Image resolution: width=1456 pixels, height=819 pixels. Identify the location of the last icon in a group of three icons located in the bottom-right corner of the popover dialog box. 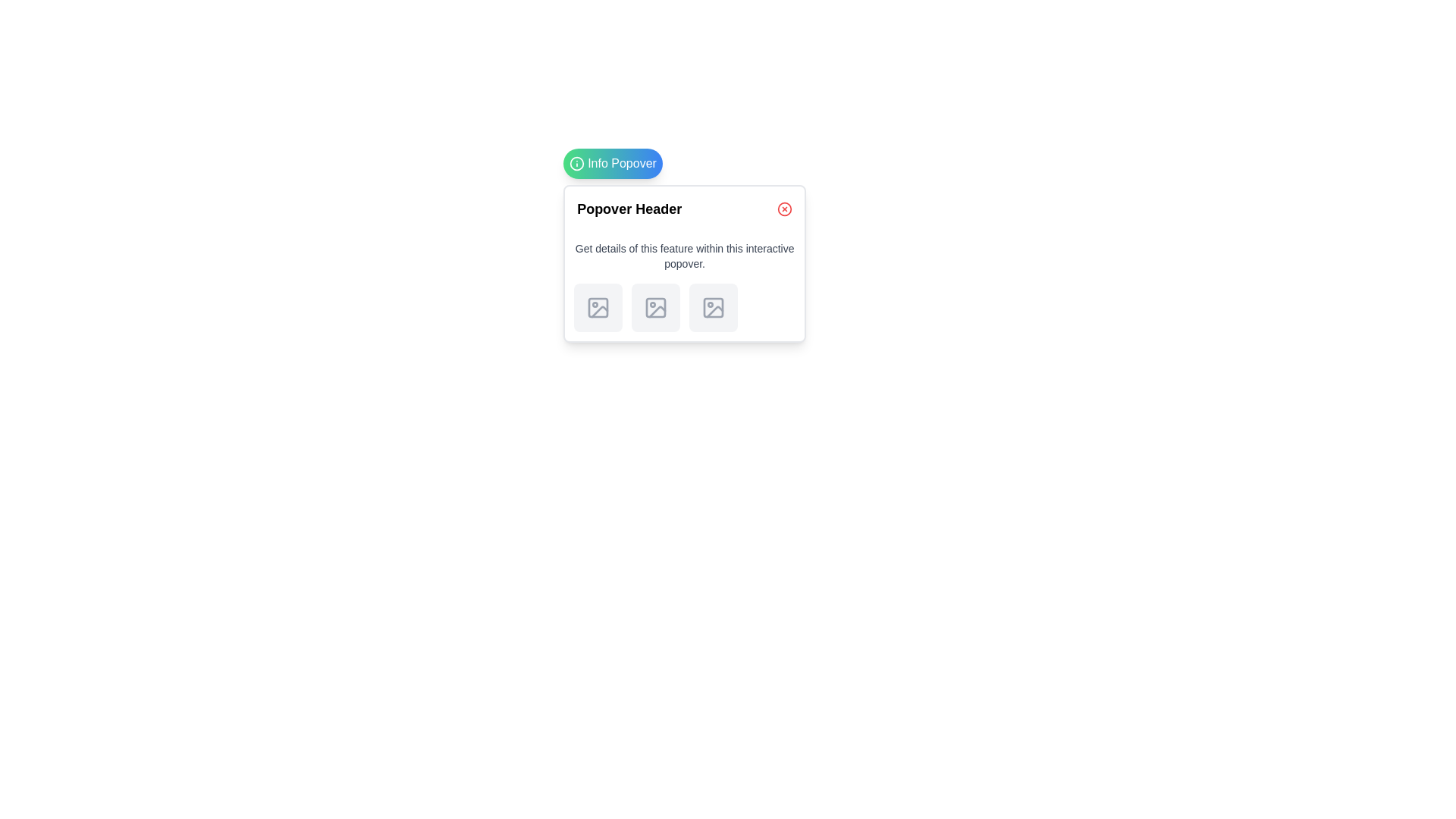
(713, 307).